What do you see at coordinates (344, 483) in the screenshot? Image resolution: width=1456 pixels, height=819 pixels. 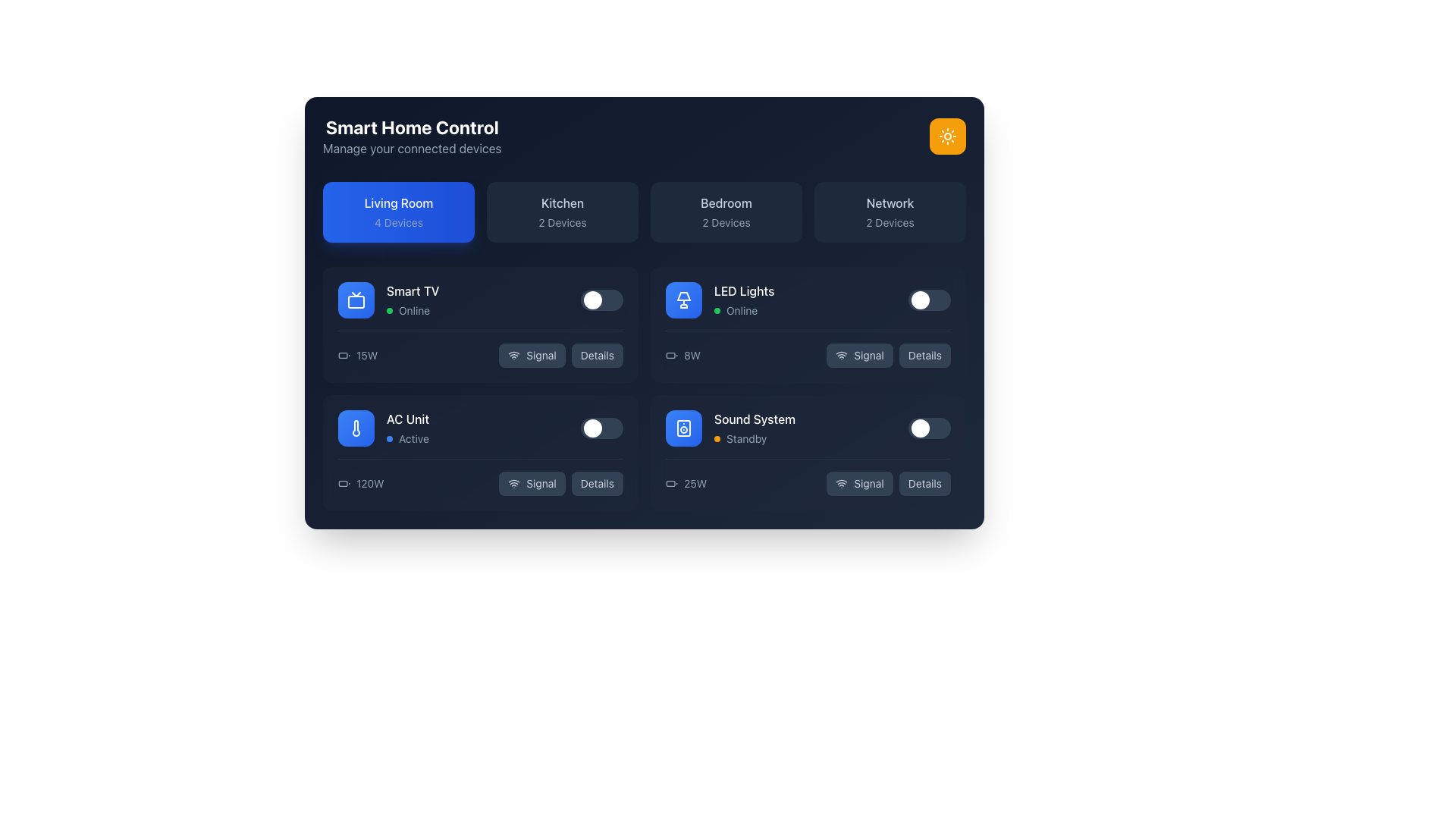 I see `the power icon located to the left of the '120W' text, which represents the device's power consumption` at bounding box center [344, 483].